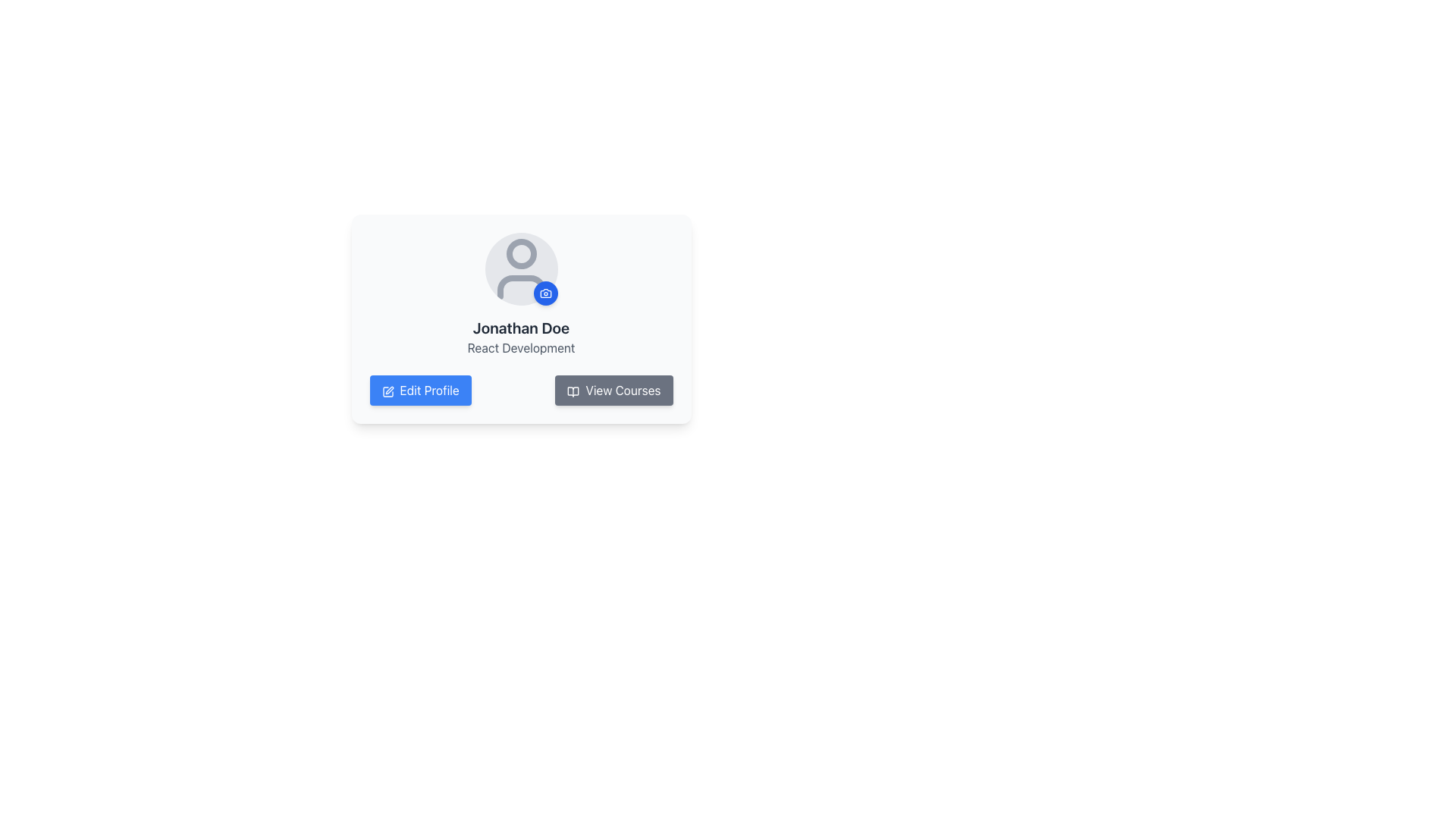  Describe the element at coordinates (521, 253) in the screenshot. I see `the circular graphical component located at the top-center of the user profile picture illustration` at that location.